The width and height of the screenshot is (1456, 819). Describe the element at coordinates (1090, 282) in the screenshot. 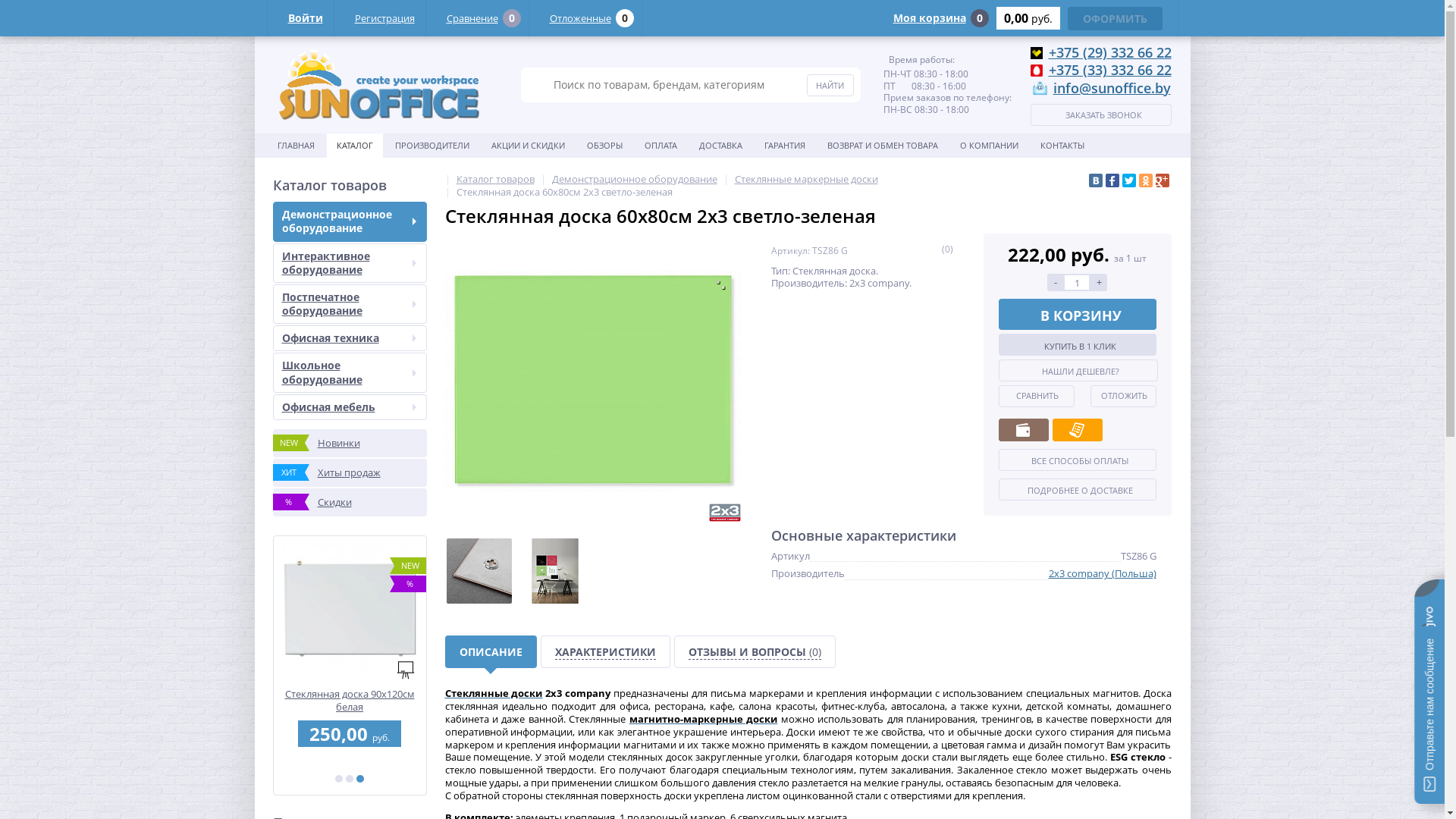

I see `'+'` at that location.